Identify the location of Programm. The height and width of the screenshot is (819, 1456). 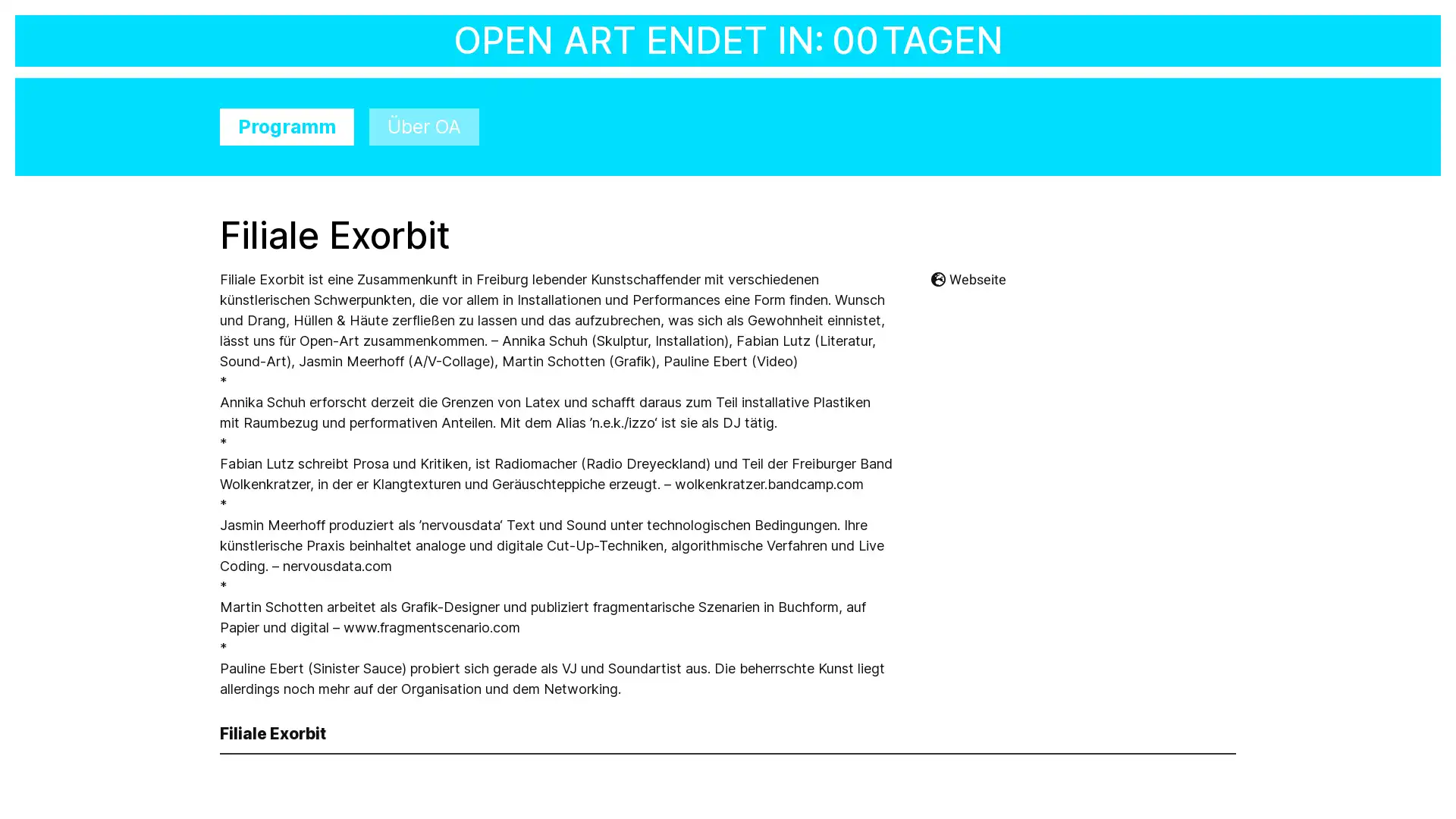
(287, 126).